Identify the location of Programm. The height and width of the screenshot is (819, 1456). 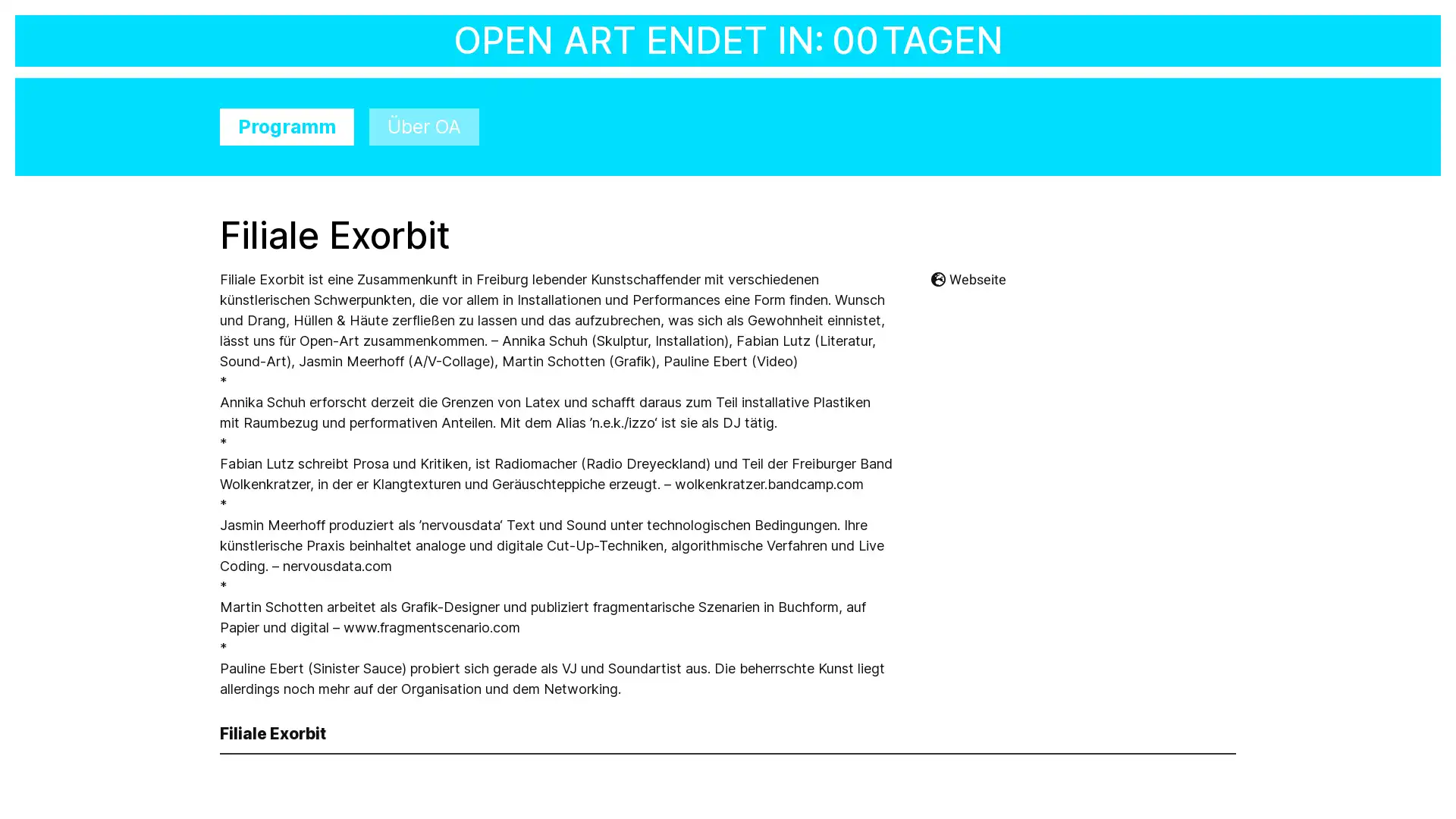
(287, 126).